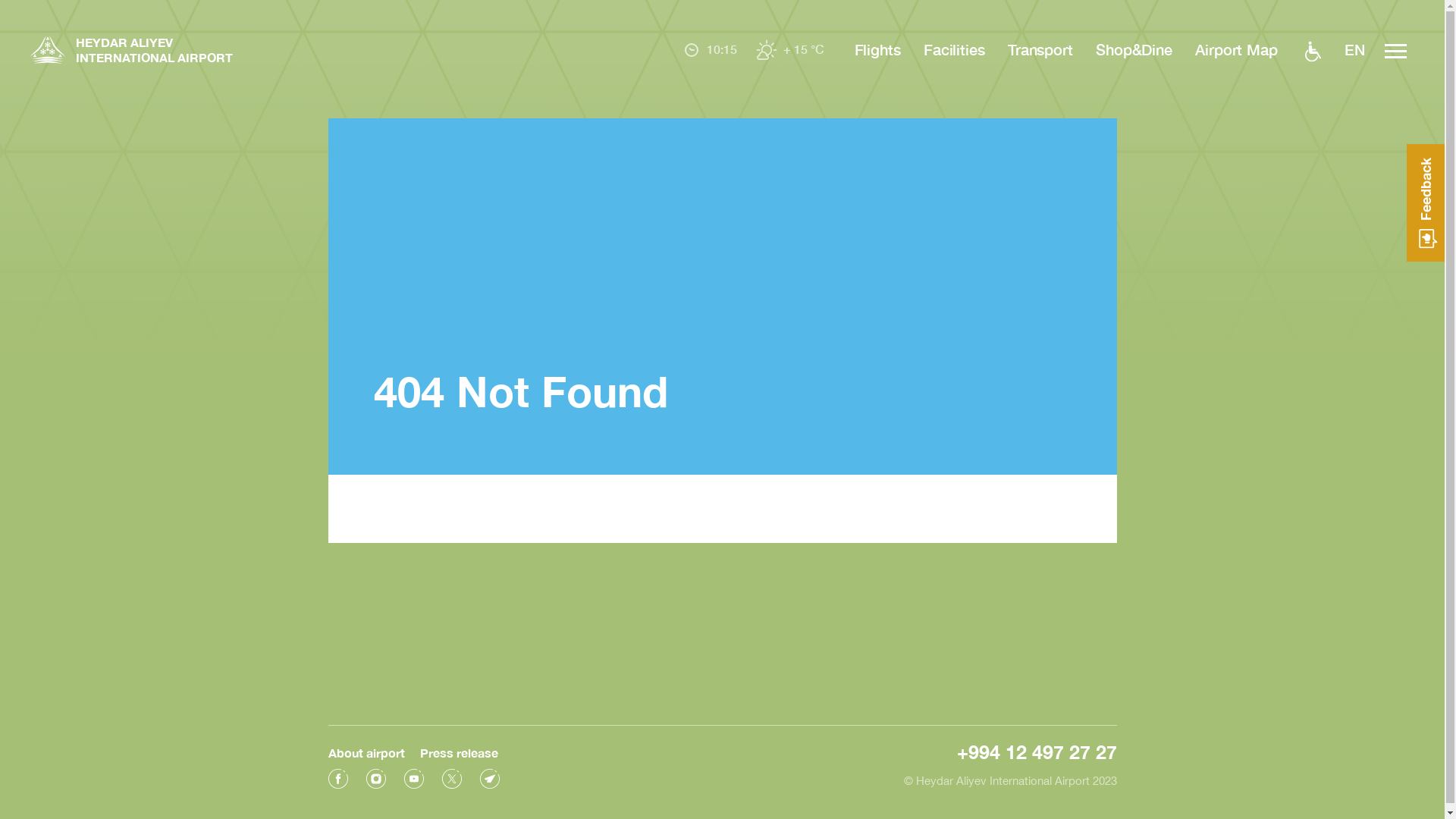 The width and height of the screenshot is (1456, 819). I want to click on 'EN', so click(1354, 49).